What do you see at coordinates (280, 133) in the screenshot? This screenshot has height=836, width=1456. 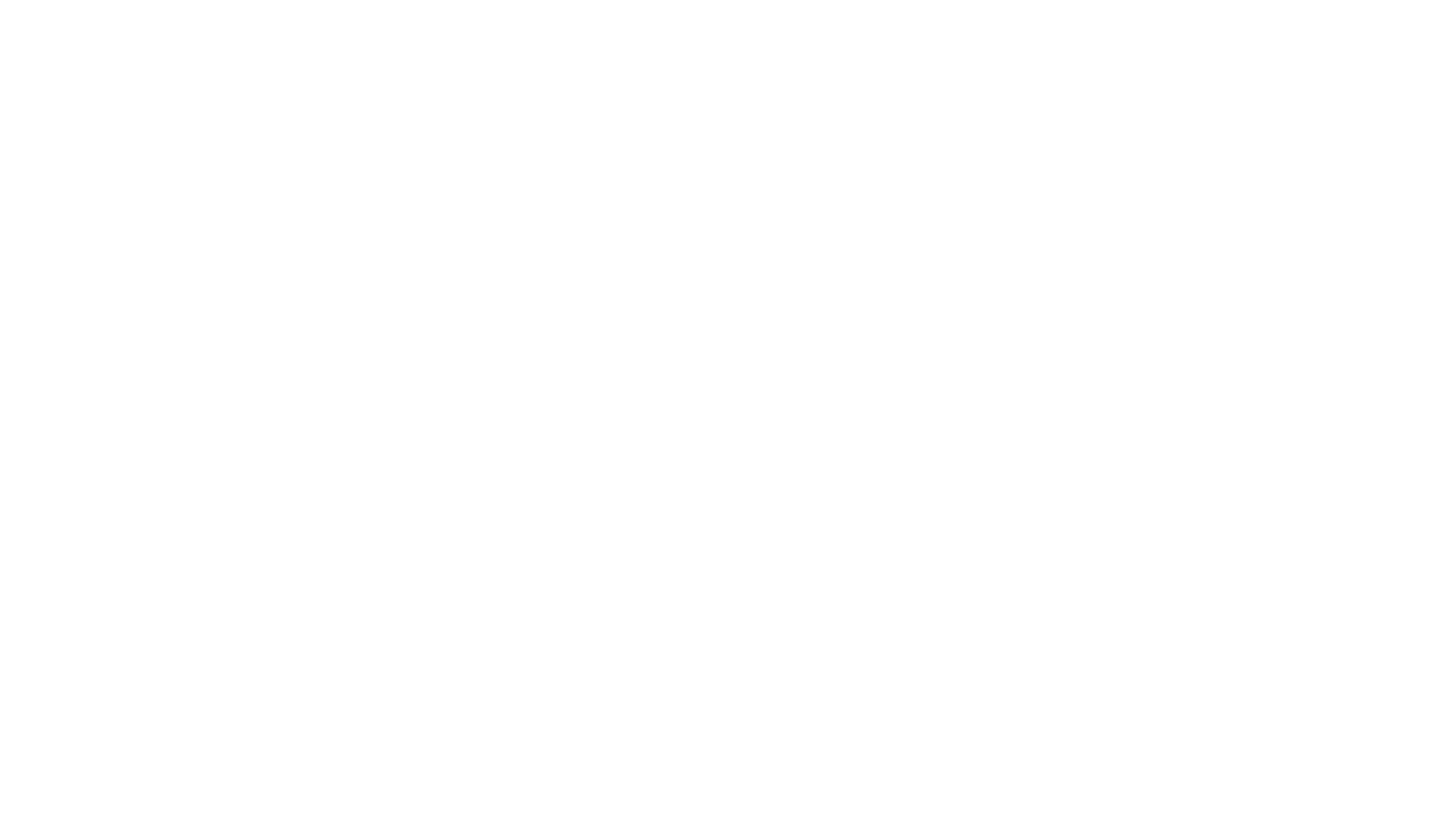 I see `'Case study'` at bounding box center [280, 133].